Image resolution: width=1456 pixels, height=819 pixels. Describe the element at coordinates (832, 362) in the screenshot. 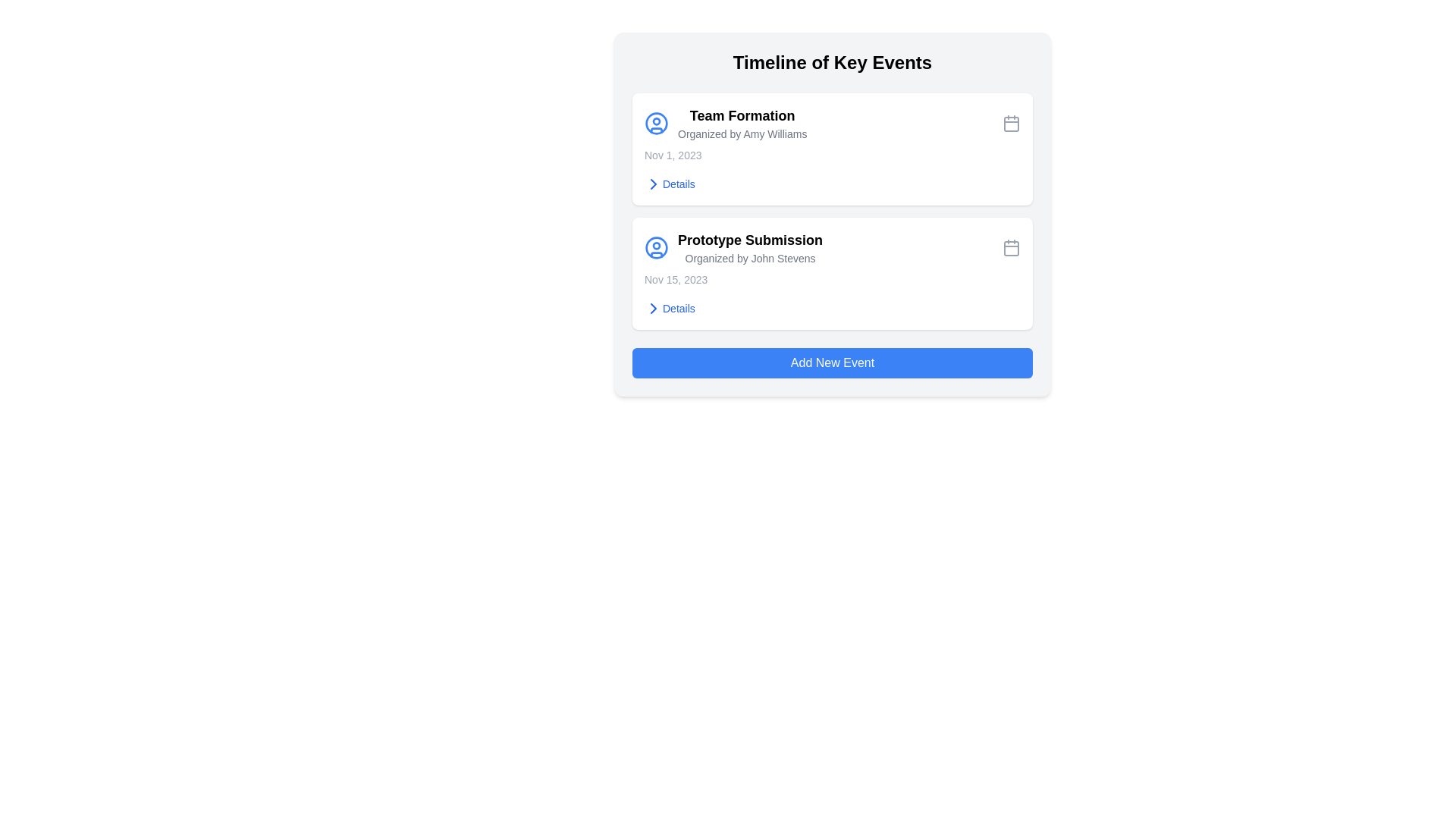

I see `the rectangular blue button labeled 'Add New Event' to initiate adding a new event` at that location.